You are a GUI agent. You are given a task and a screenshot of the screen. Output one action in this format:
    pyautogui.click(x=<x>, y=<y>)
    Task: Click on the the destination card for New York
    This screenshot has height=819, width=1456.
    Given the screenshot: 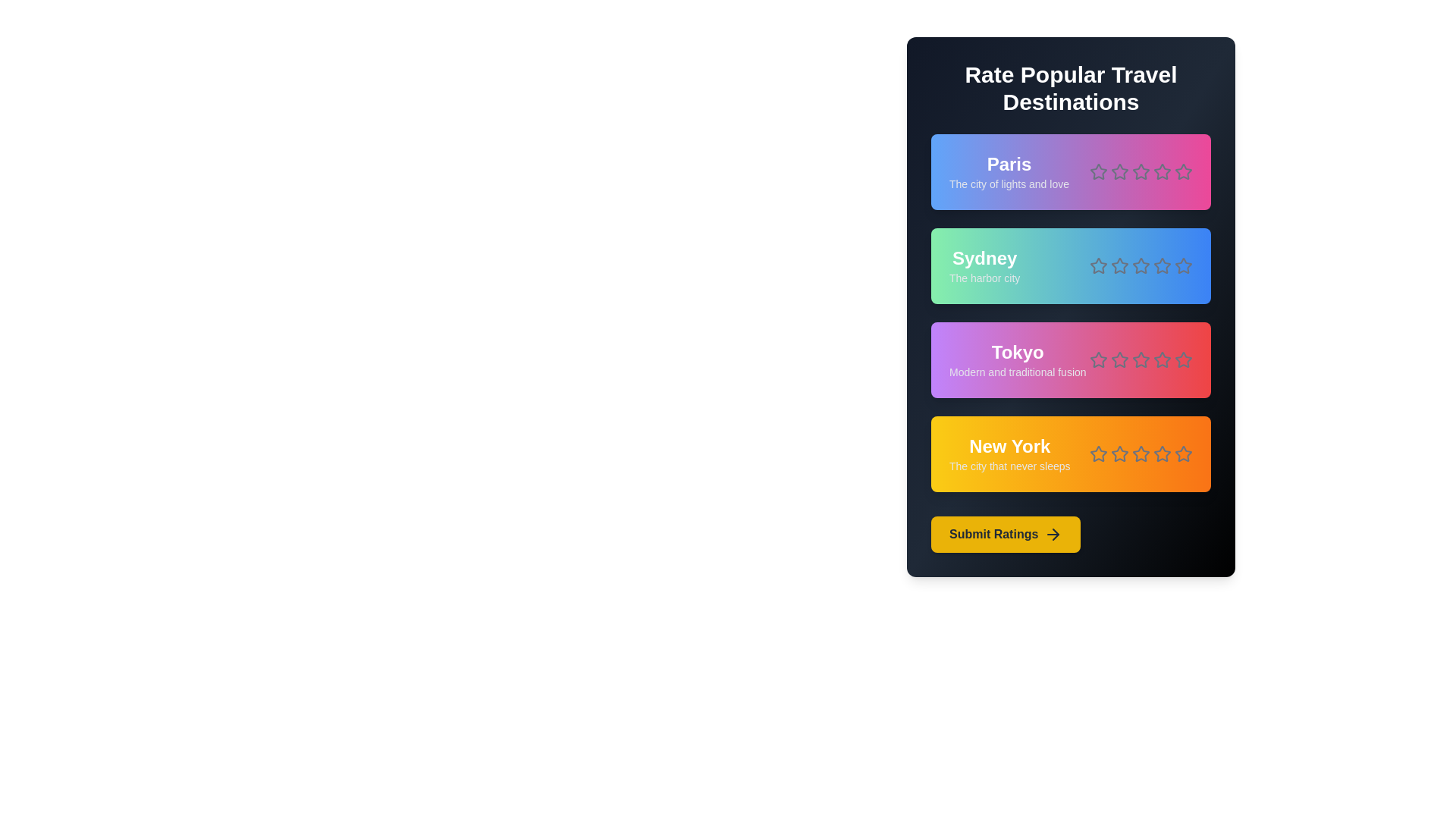 What is the action you would take?
    pyautogui.click(x=1070, y=453)
    